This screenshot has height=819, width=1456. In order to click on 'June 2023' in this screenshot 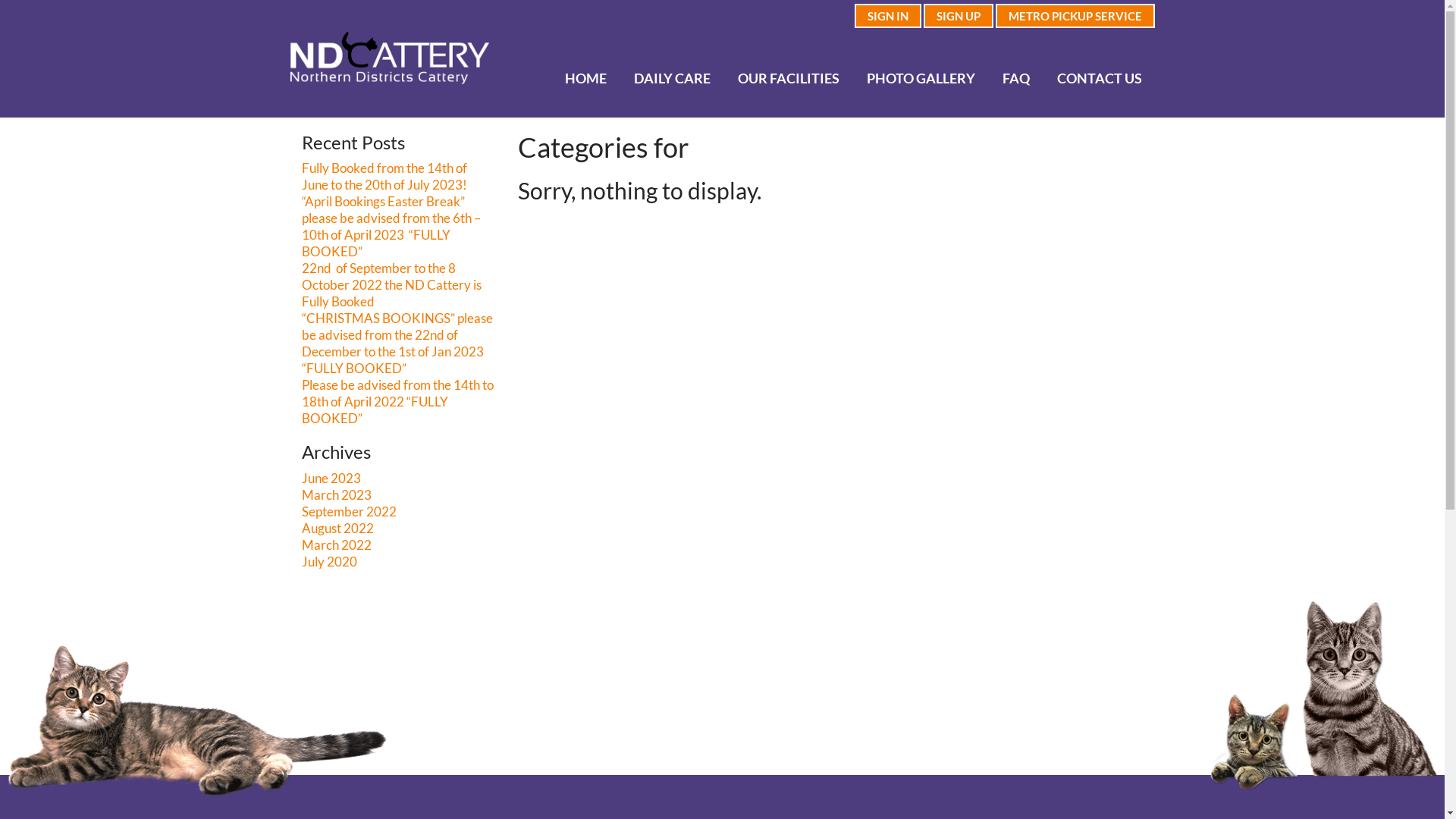, I will do `click(330, 479)`.